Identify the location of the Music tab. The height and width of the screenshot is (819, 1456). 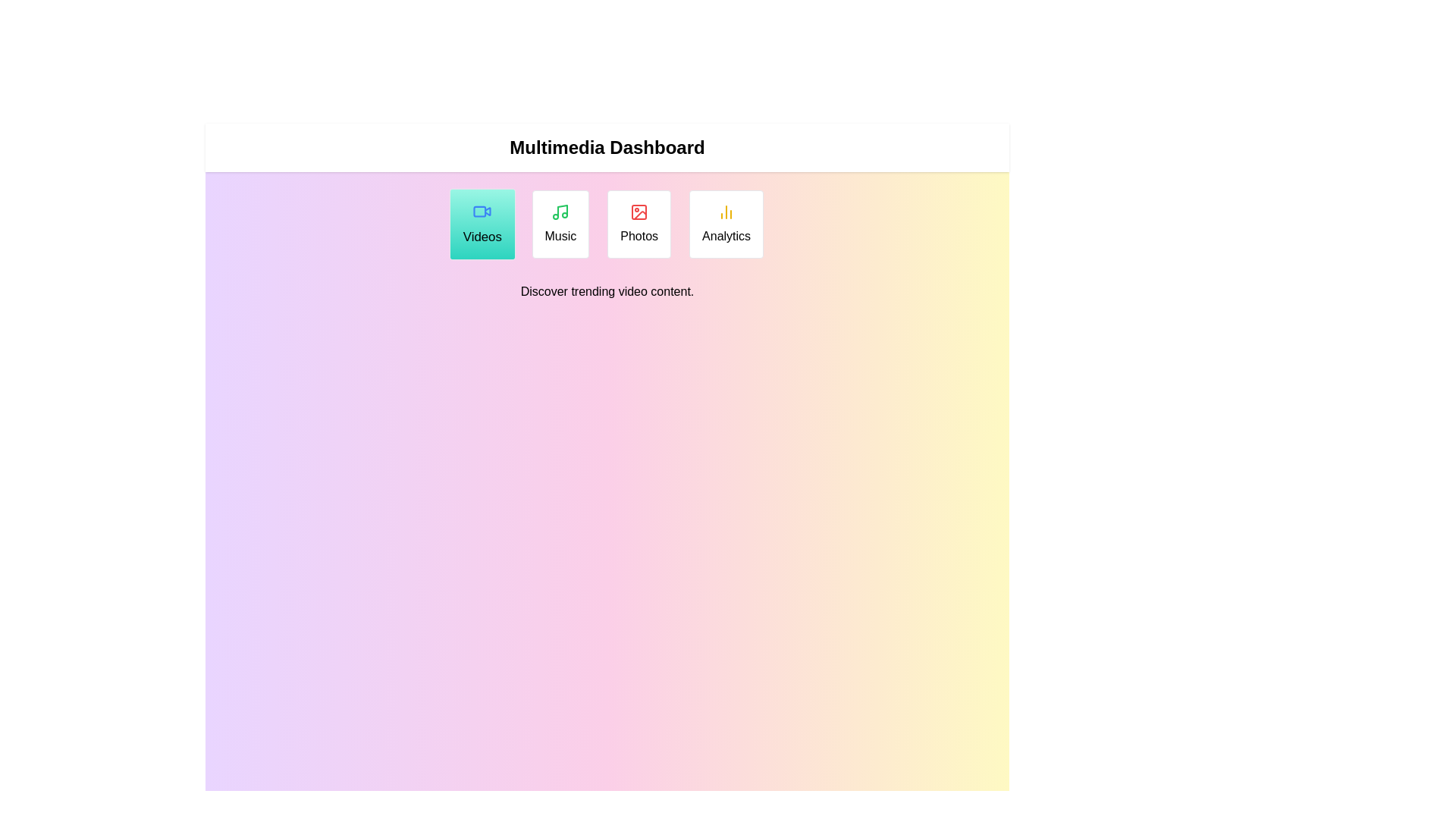
(560, 224).